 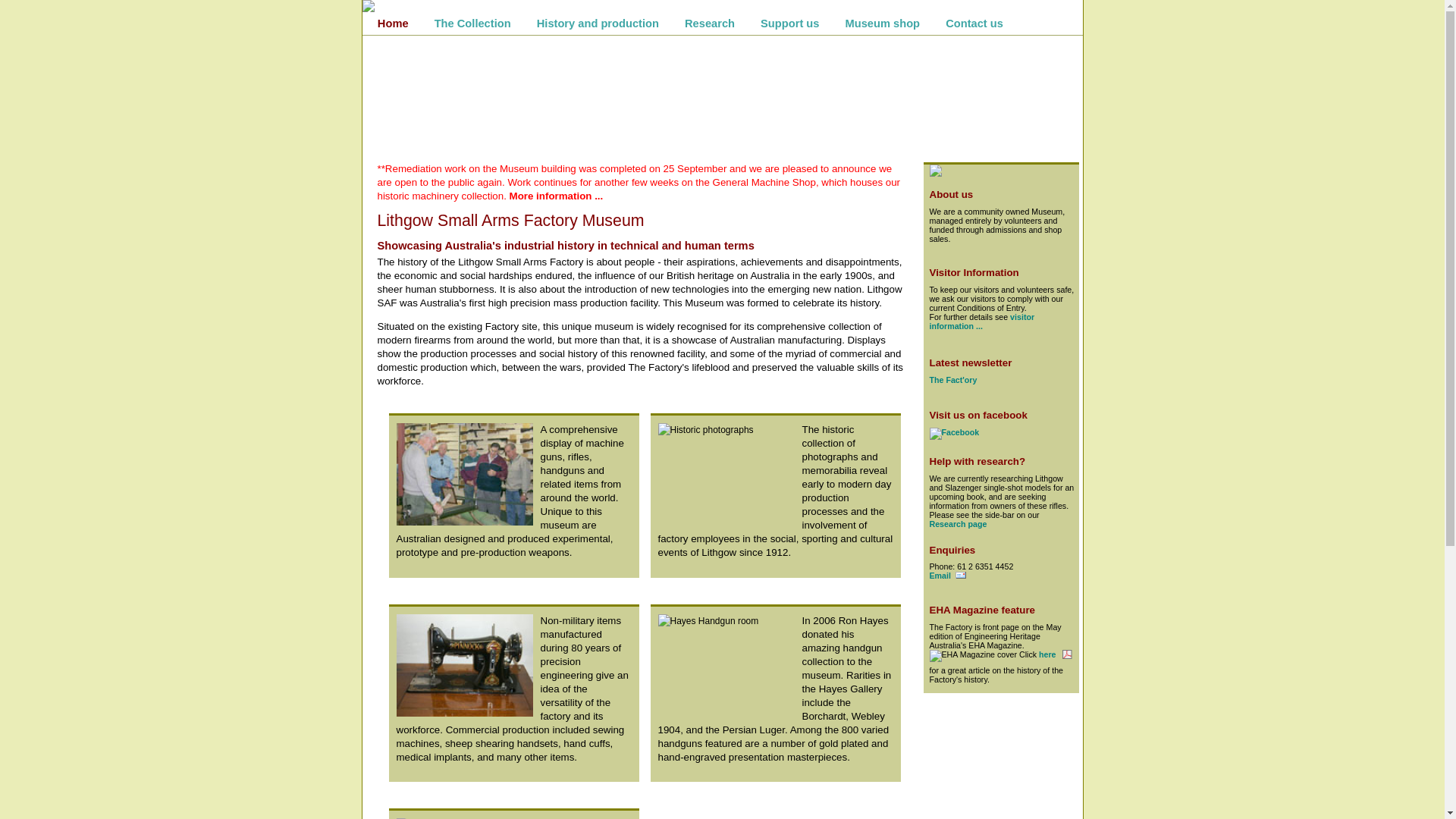 I want to click on 'Museum shop', so click(x=883, y=23).